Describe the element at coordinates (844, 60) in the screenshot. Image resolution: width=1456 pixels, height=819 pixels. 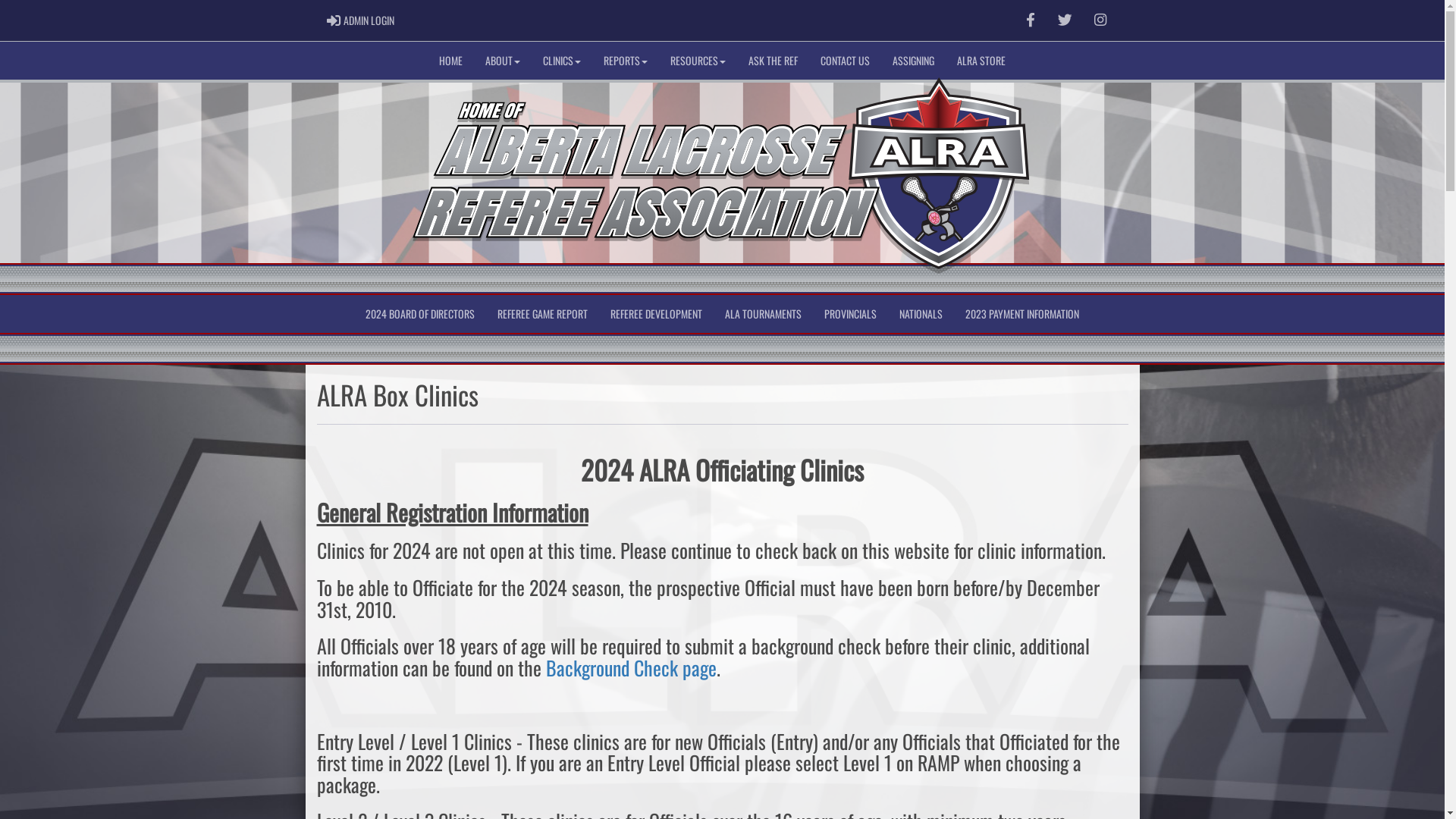
I see `'CONTACT US'` at that location.